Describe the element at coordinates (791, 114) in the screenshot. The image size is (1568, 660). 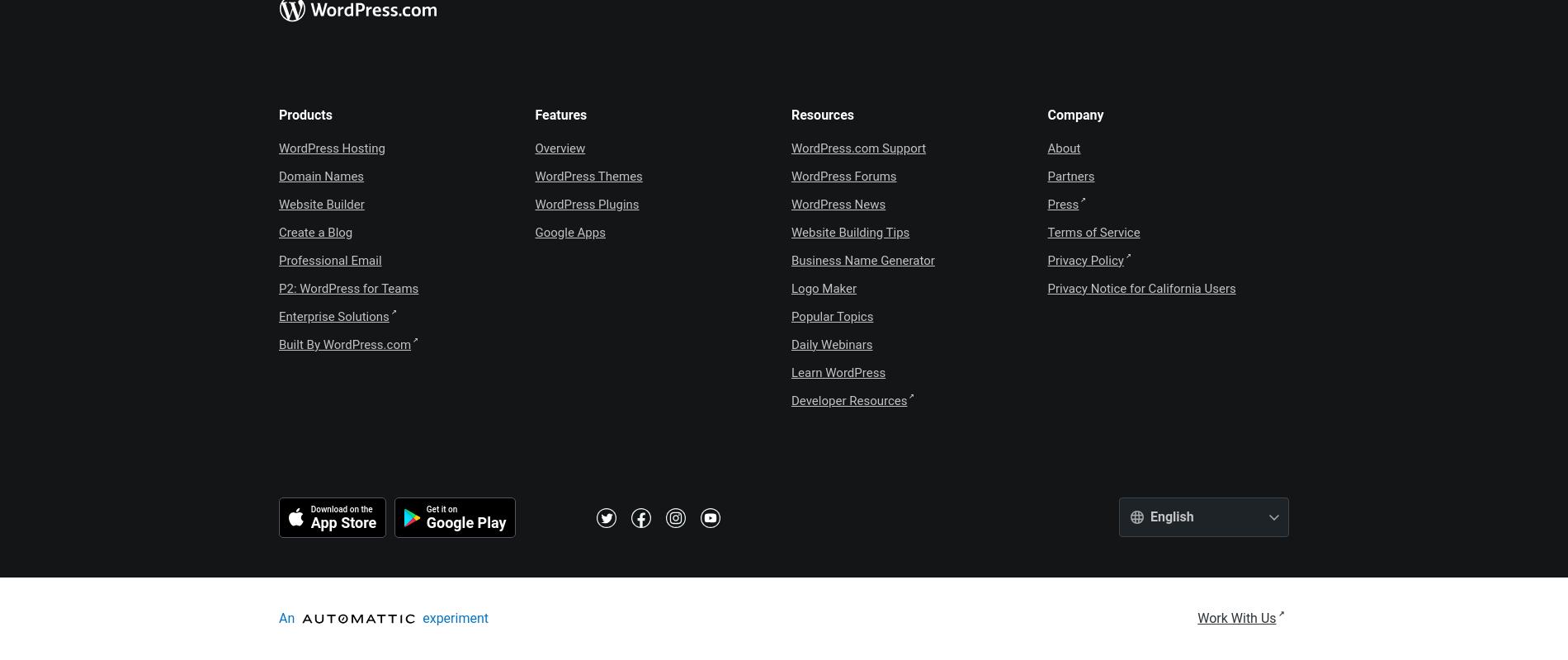
I see `'Resources'` at that location.